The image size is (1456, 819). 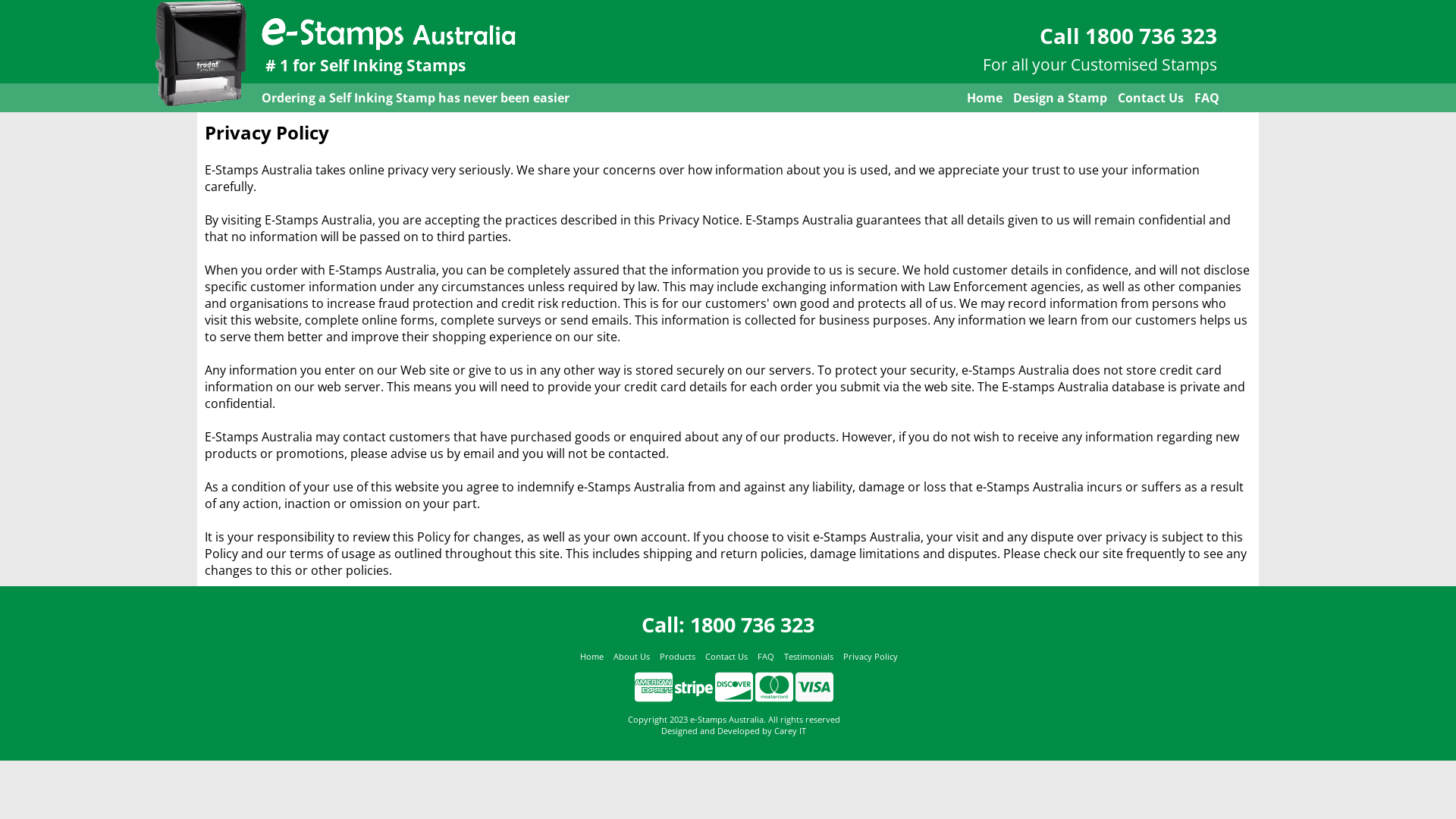 I want to click on 'Contact Us', so click(x=1150, y=97).